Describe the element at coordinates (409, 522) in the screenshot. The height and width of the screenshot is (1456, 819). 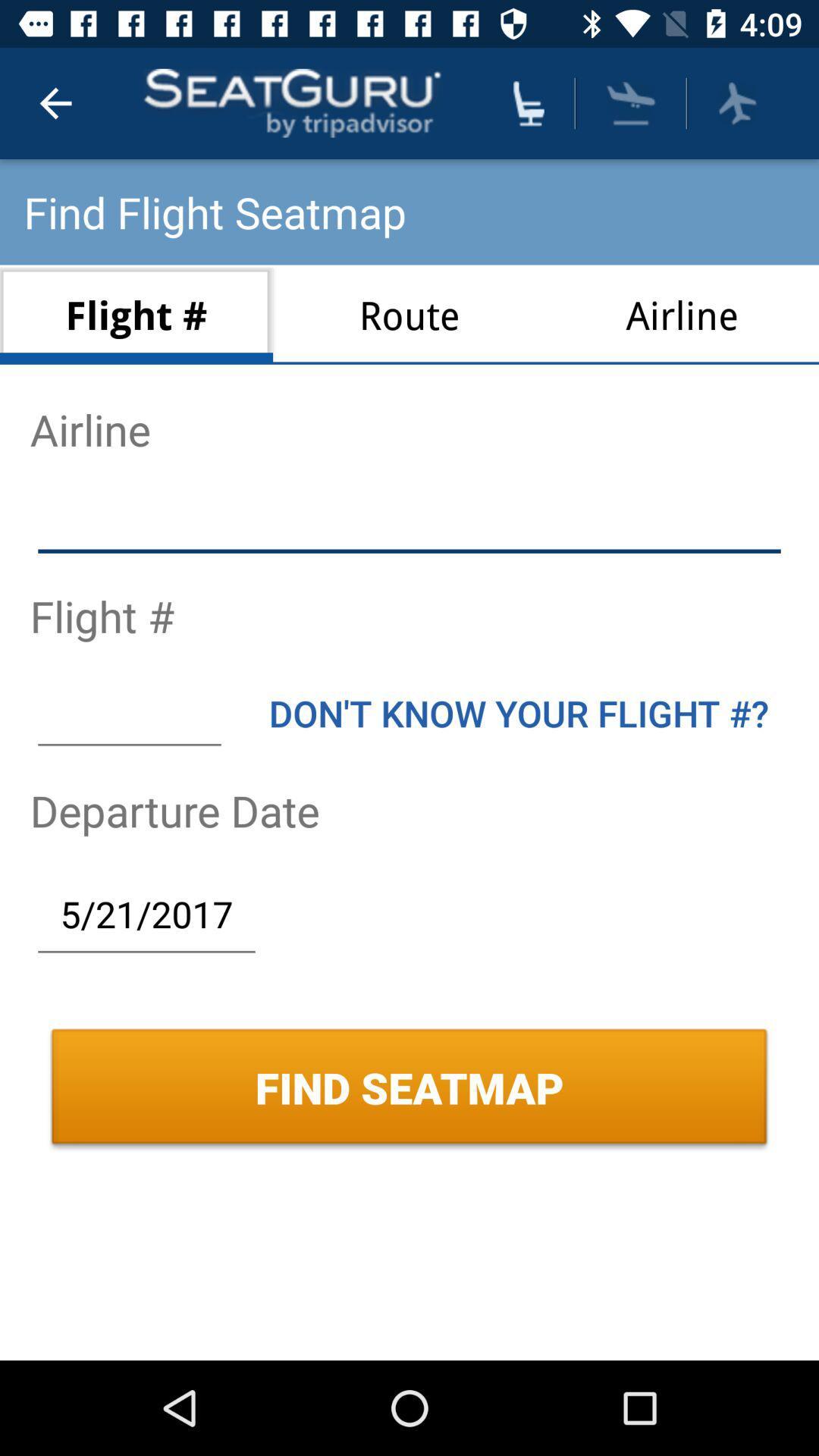
I see `airline name` at that location.